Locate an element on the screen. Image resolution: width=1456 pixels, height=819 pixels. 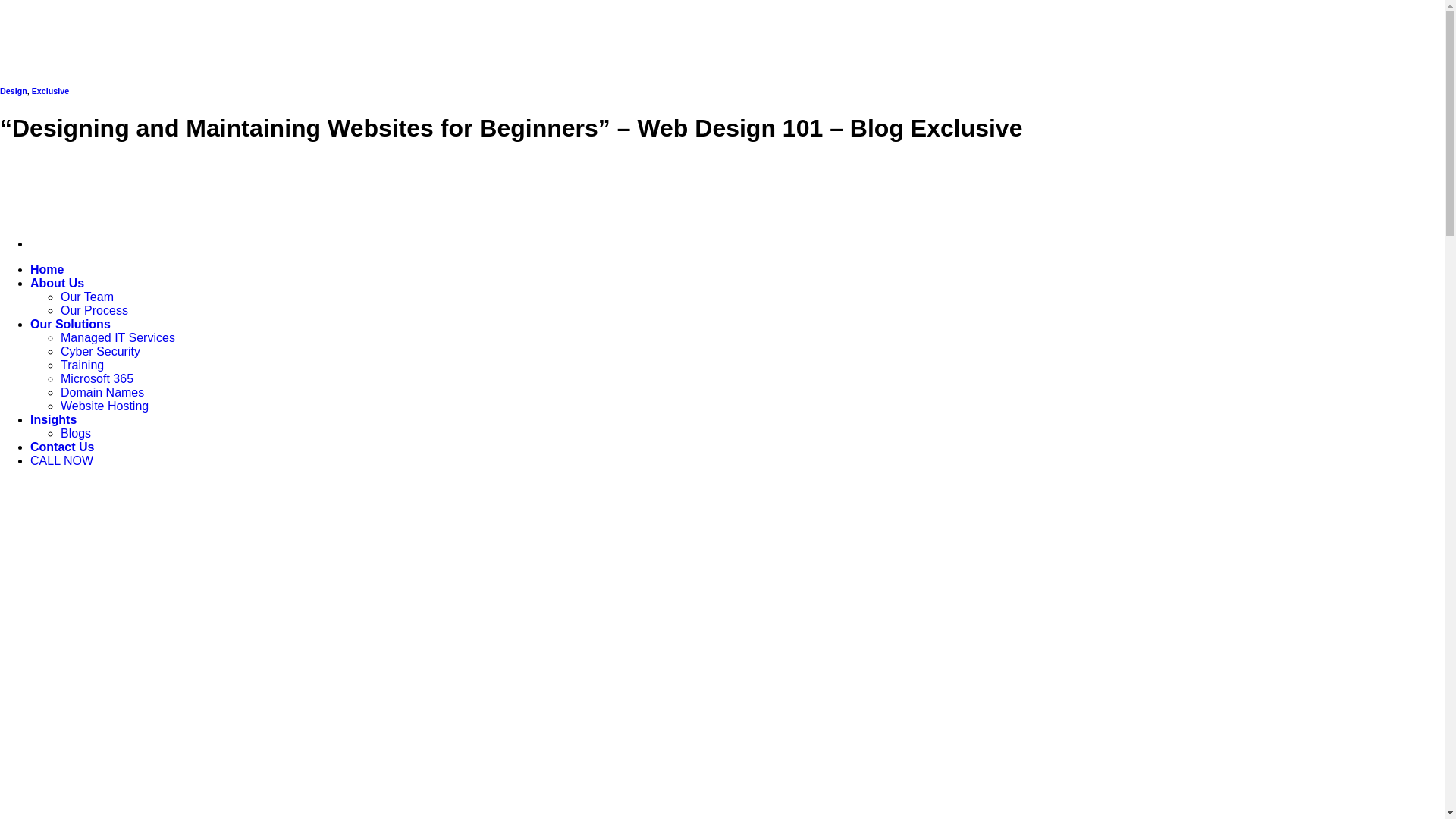
'Blogs' is located at coordinates (61, 433).